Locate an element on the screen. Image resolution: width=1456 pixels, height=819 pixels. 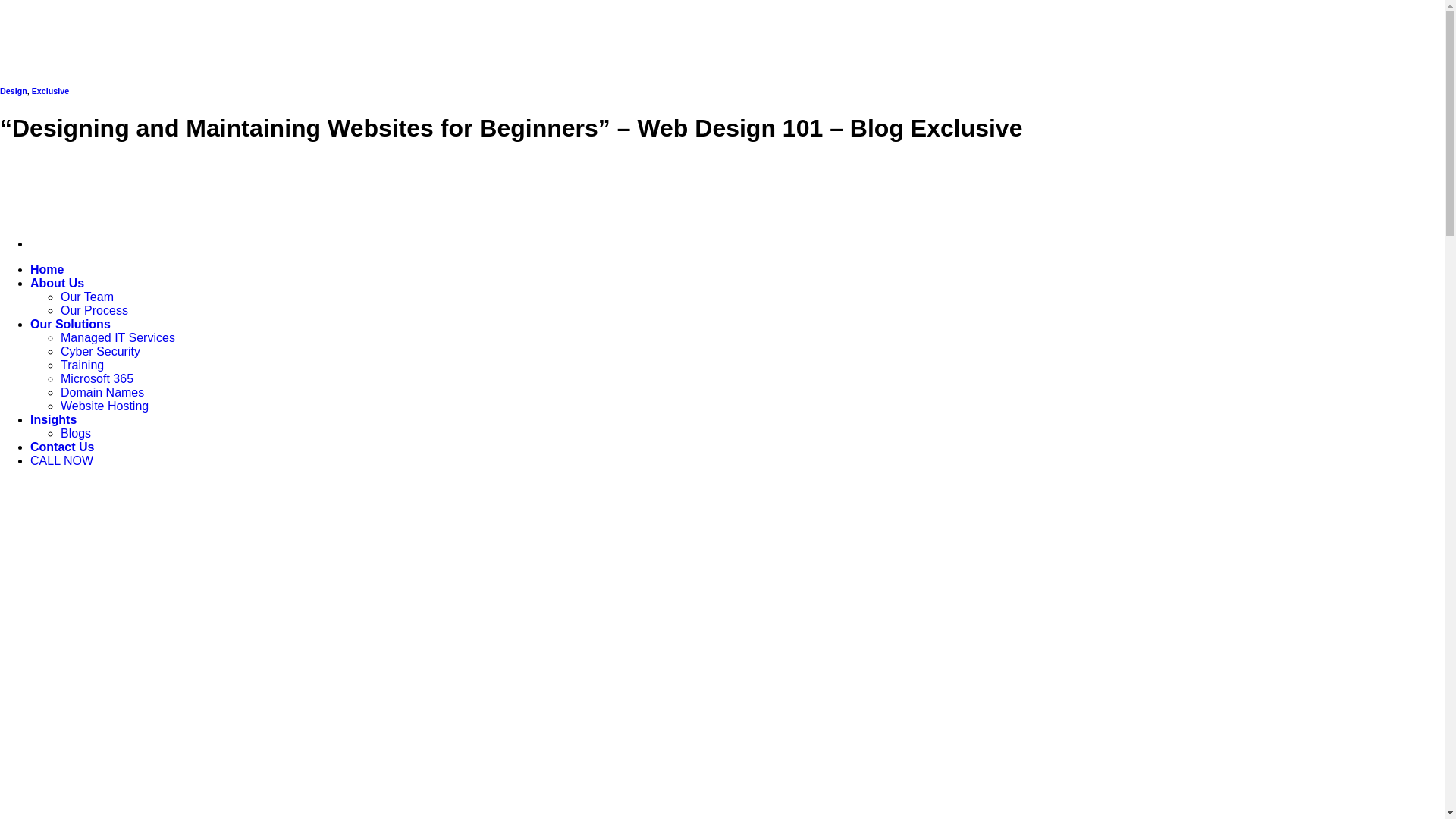
'Blogs' is located at coordinates (61, 433).